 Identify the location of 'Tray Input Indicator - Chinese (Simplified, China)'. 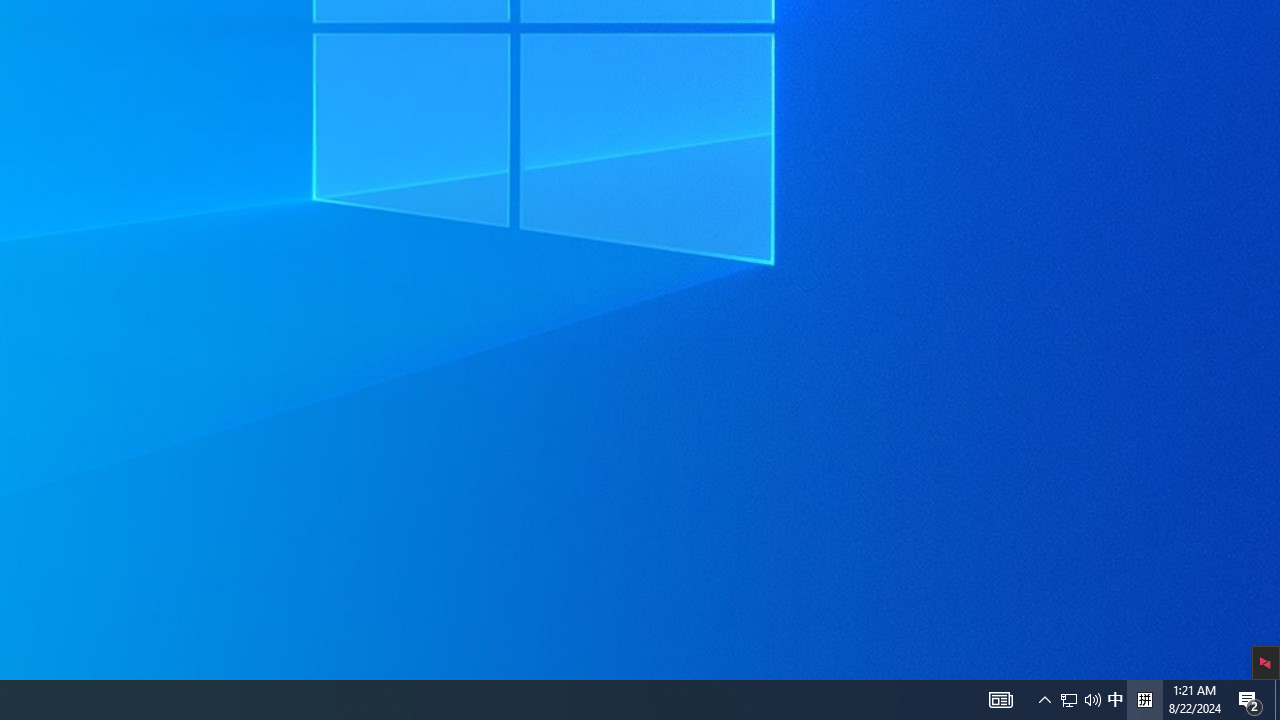
(1144, 698).